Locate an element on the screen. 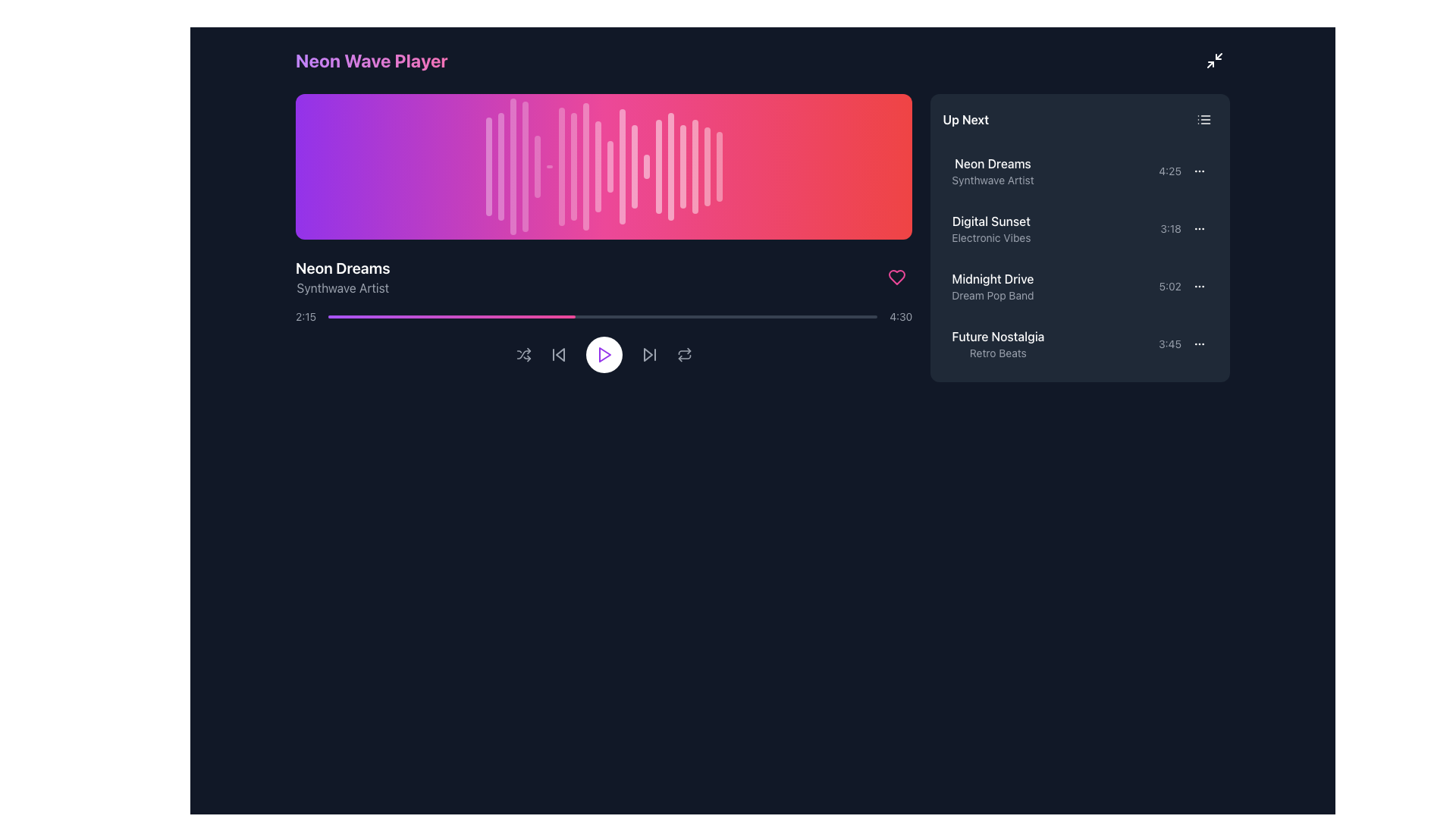 The image size is (1456, 819). playback position is located at coordinates (344, 315).